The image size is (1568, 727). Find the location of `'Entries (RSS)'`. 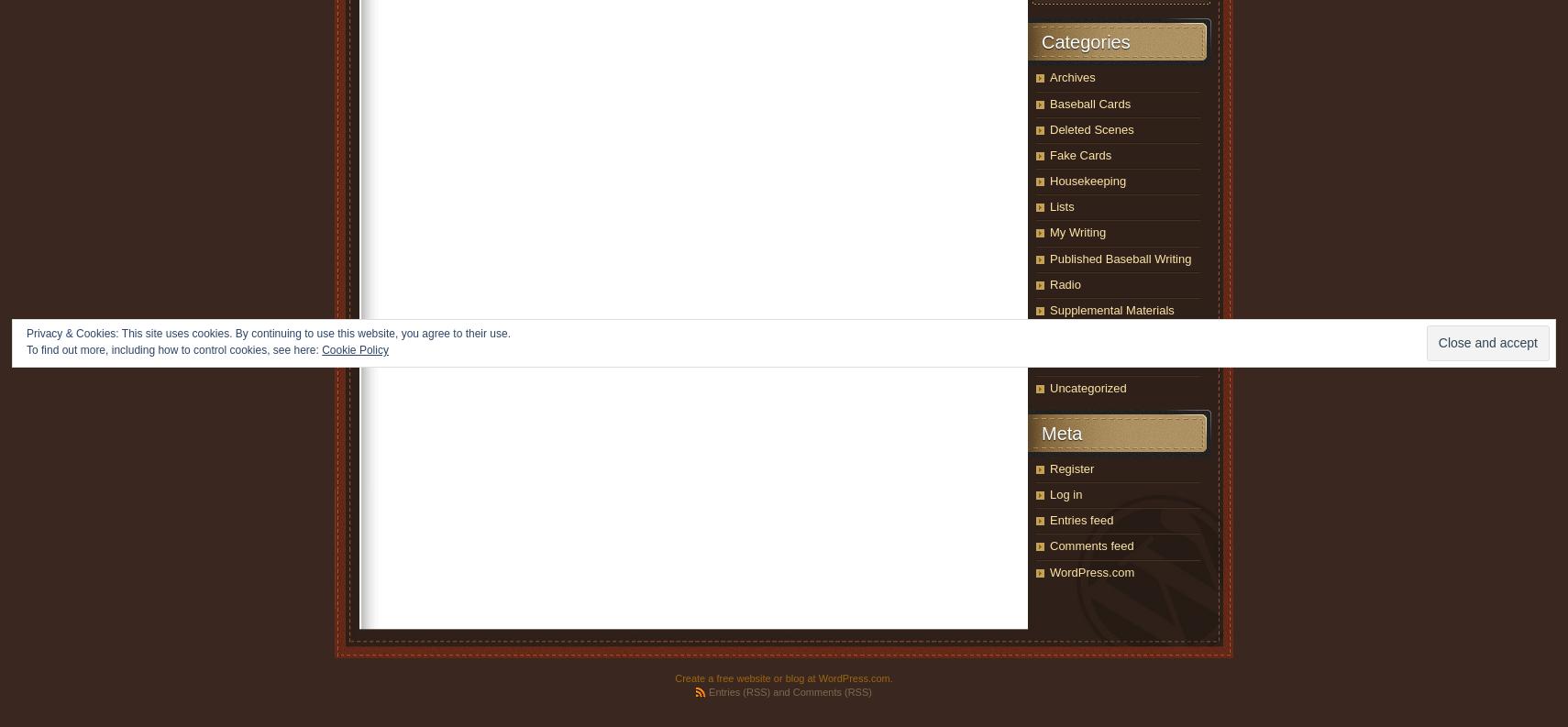

'Entries (RSS)' is located at coordinates (739, 692).